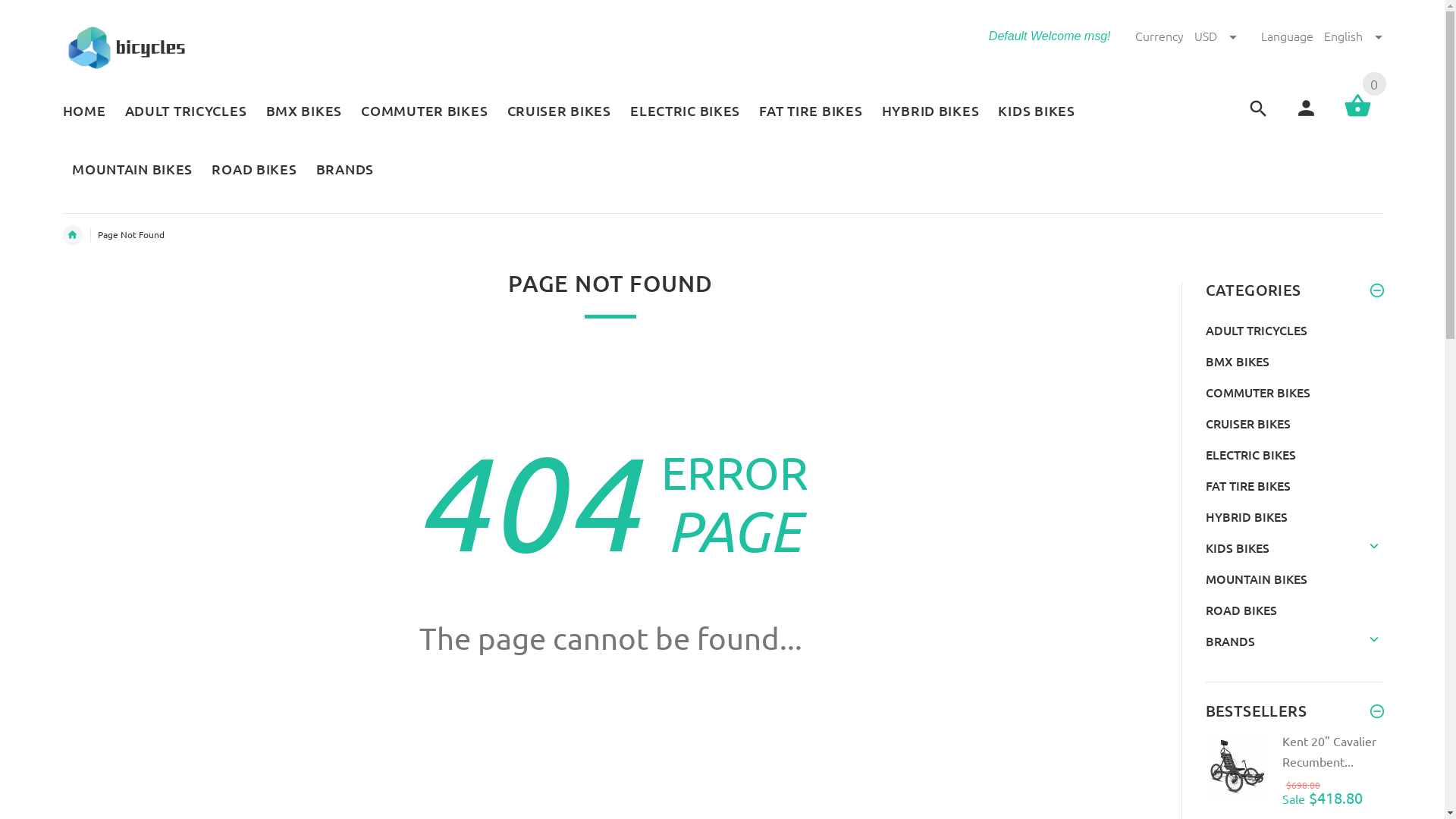 This screenshot has width=1456, height=819. What do you see at coordinates (683, 111) in the screenshot?
I see `'ELECTRIC BIKES'` at bounding box center [683, 111].